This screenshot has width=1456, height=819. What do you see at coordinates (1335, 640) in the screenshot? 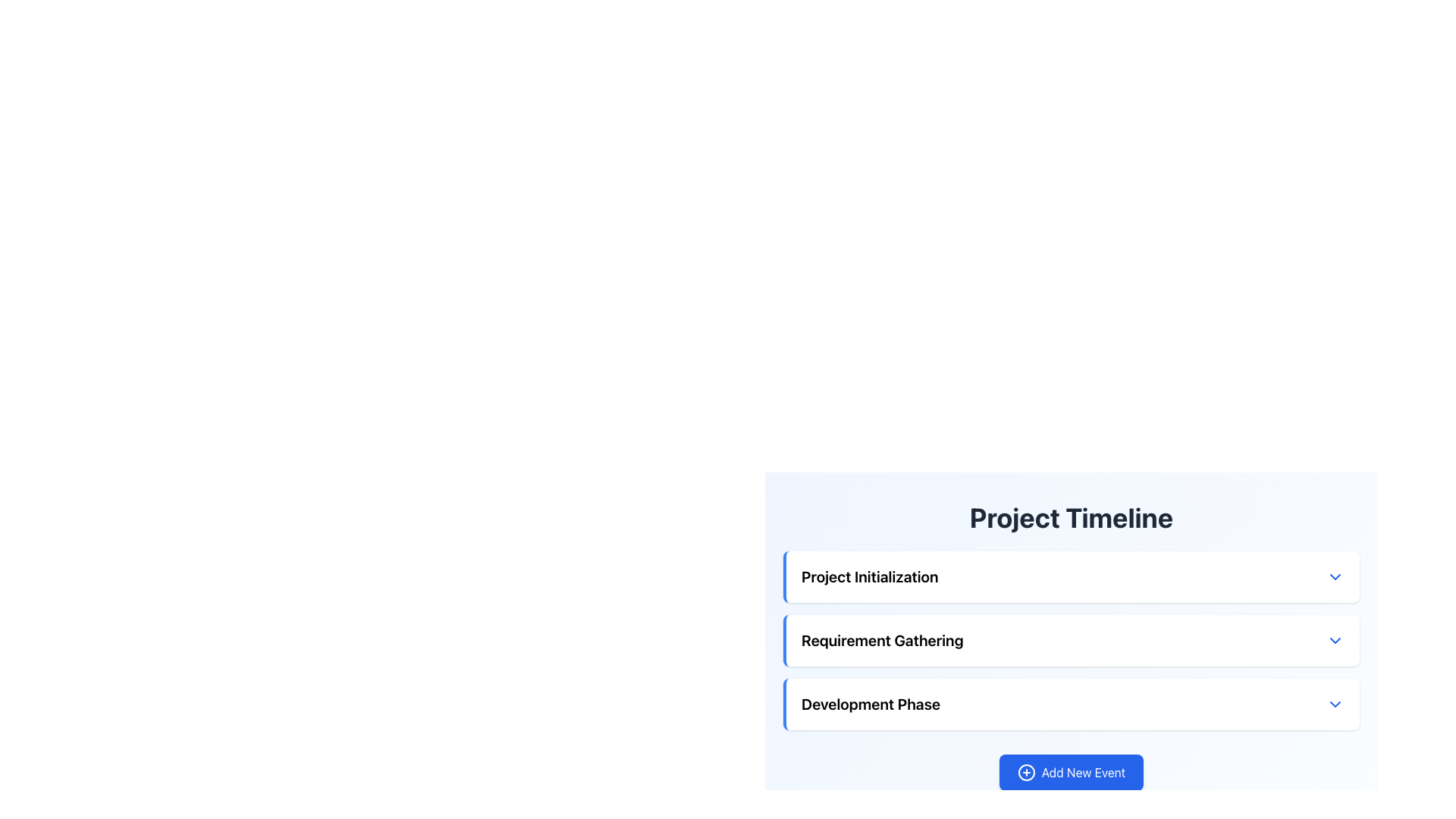
I see `the chevron-down icon of the Dropdown toggle button in the 'Requirement Gathering' section to change its color to a darker blue` at bounding box center [1335, 640].